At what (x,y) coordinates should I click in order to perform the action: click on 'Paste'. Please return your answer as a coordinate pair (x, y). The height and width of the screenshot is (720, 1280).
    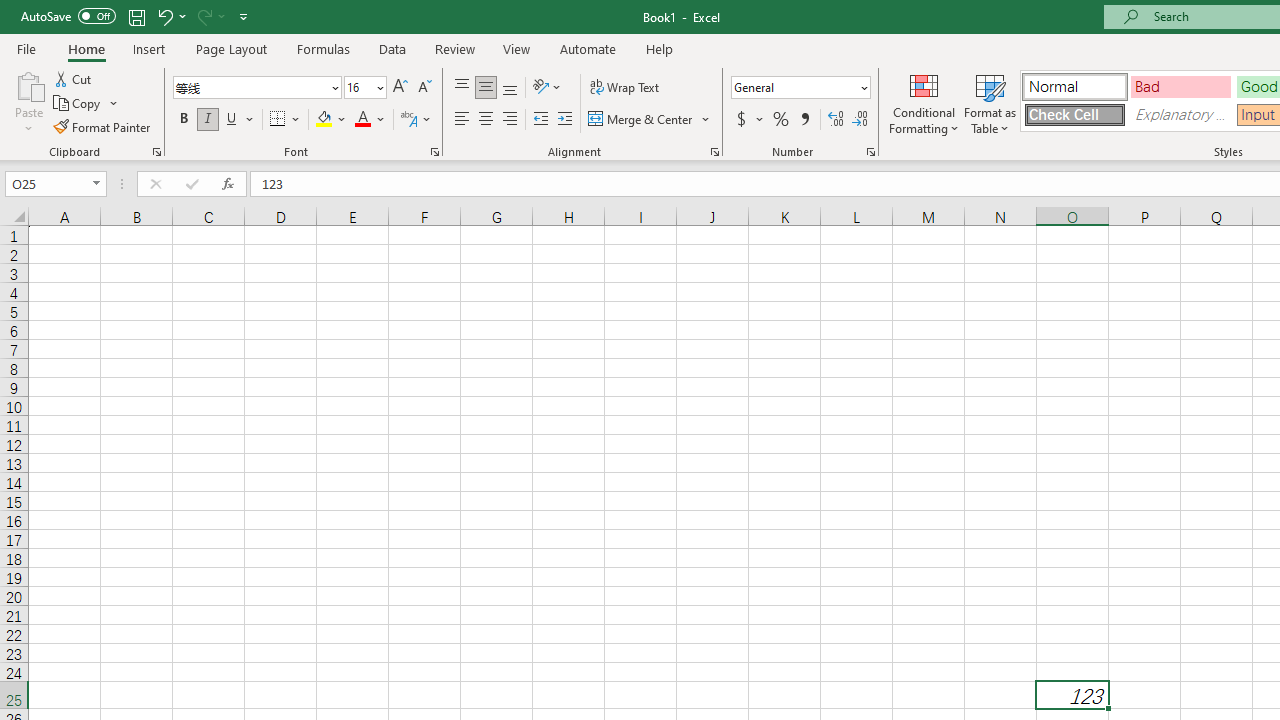
    Looking at the image, I should click on (28, 103).